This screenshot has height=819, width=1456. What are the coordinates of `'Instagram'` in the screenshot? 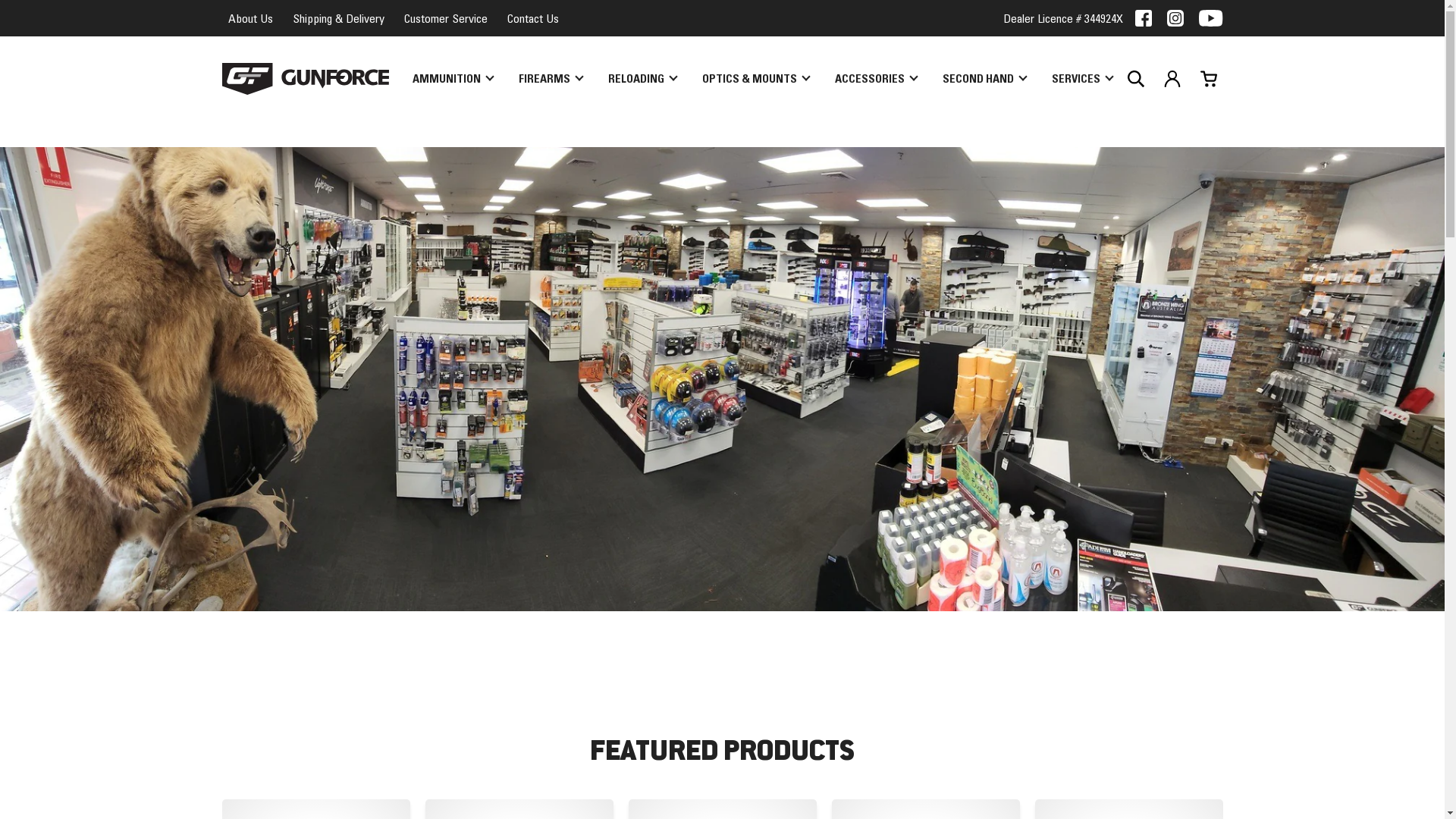 It's located at (1175, 17).